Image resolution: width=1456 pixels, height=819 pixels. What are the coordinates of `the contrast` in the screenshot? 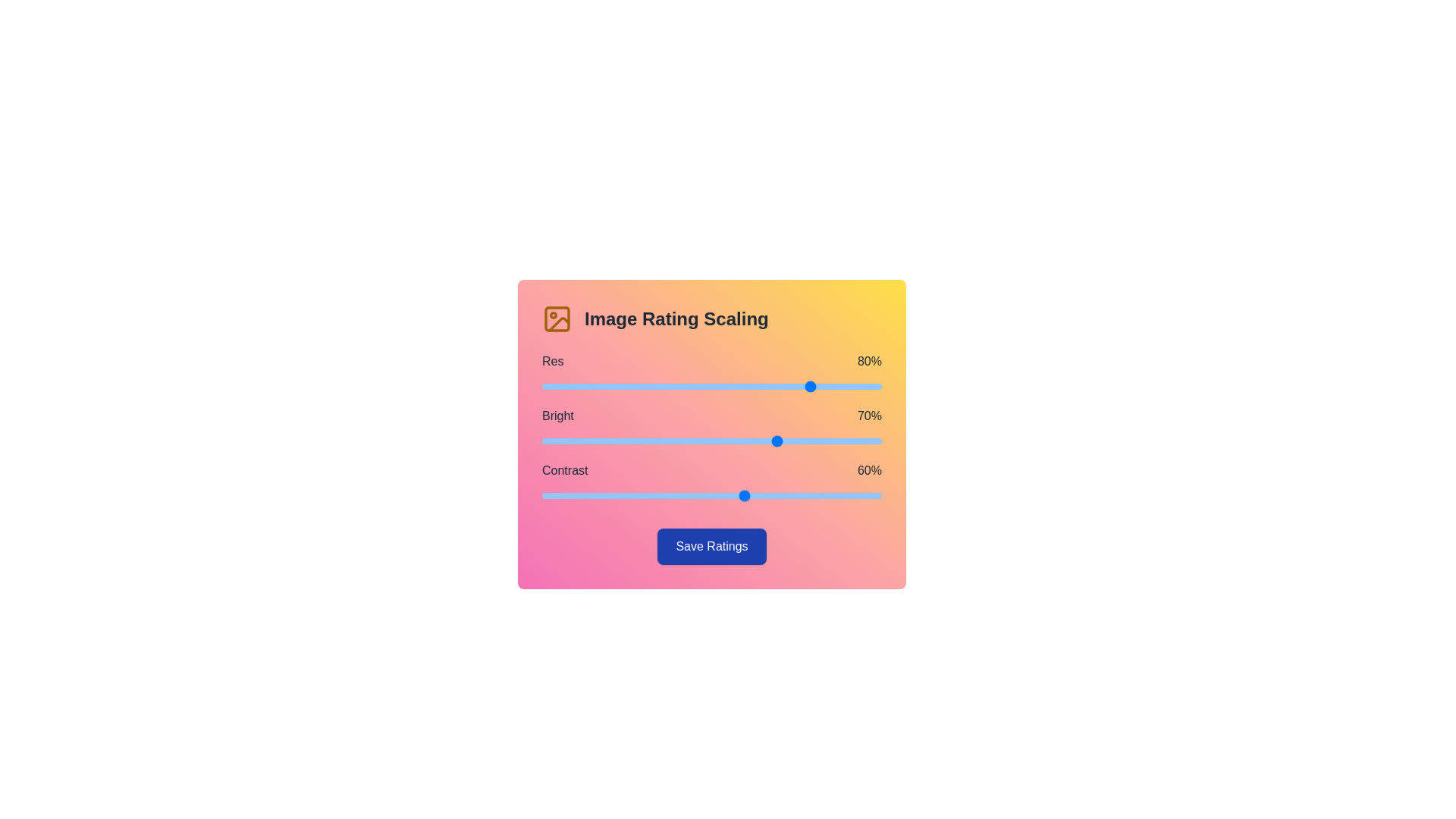 It's located at (714, 496).